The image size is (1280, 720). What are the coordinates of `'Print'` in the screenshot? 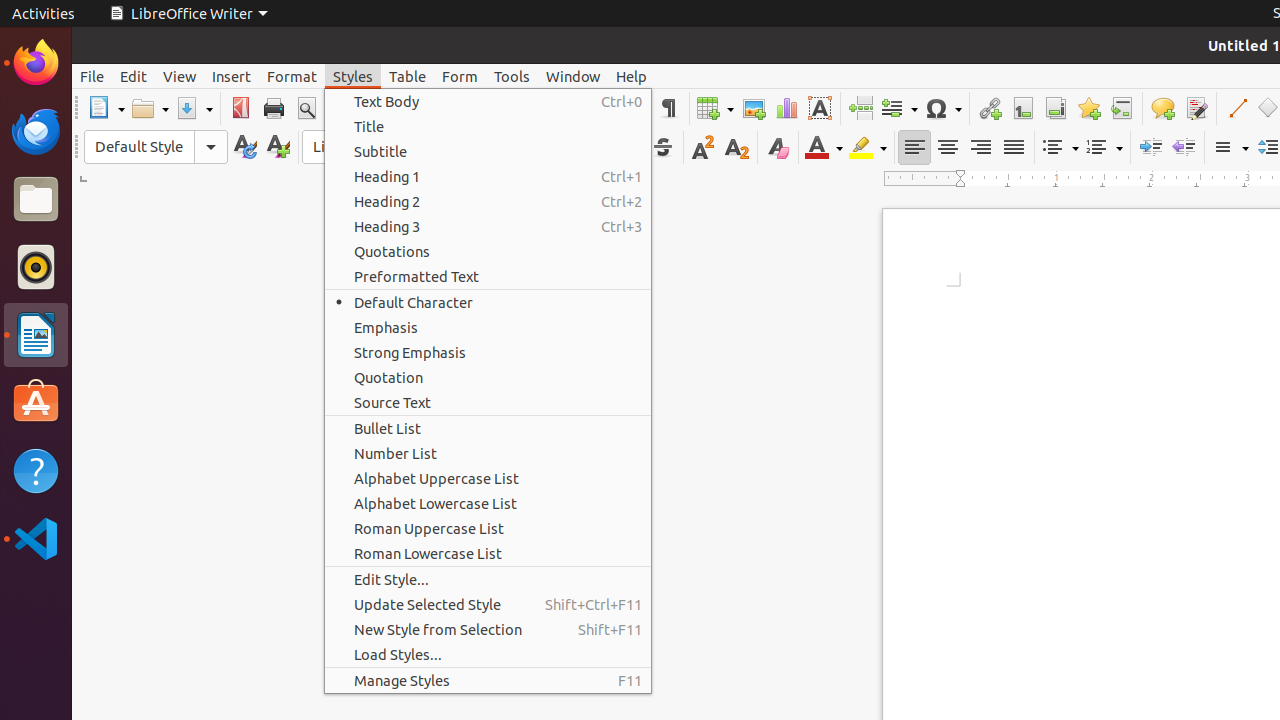 It's located at (272, 108).